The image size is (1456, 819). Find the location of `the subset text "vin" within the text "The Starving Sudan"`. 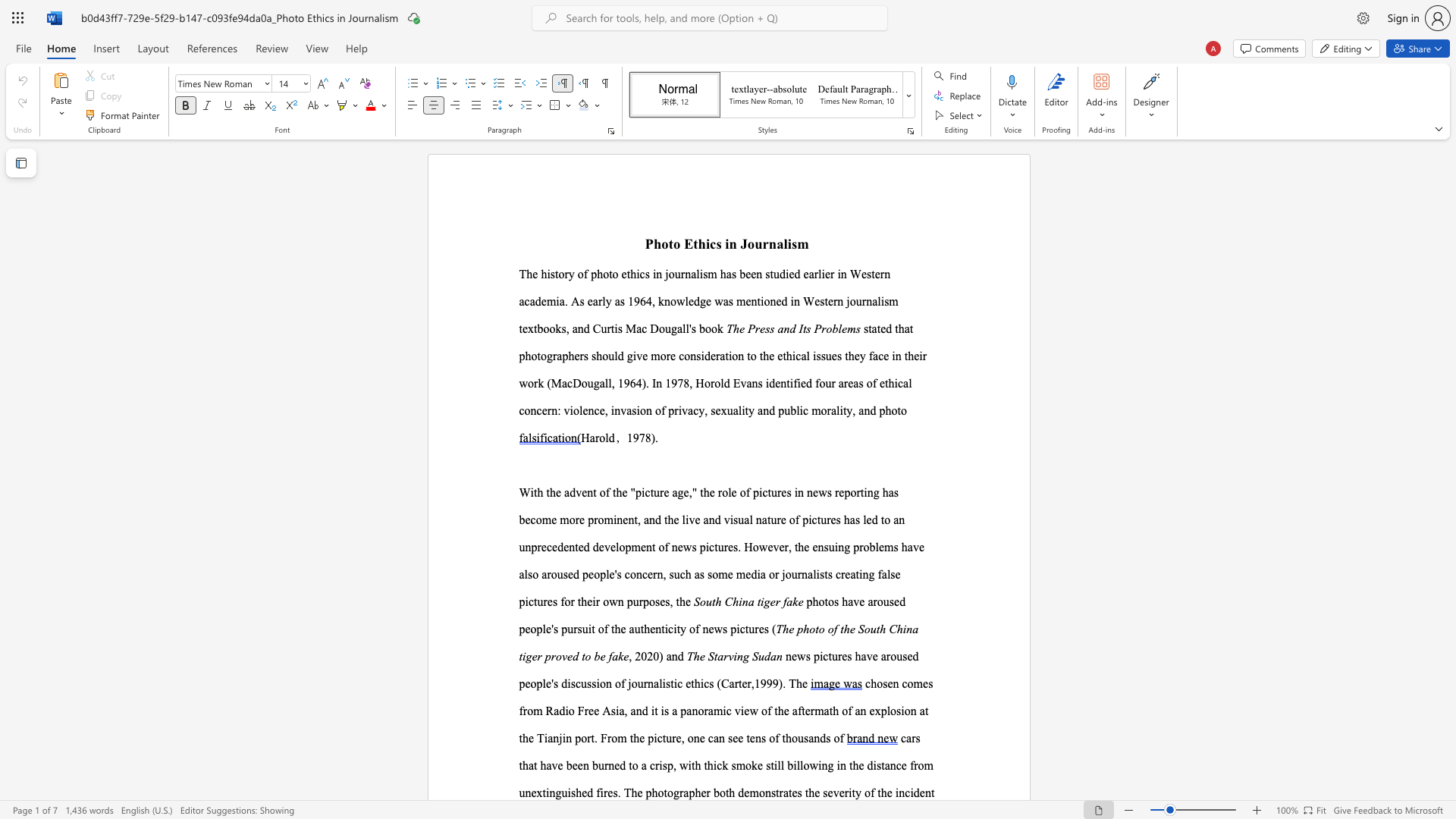

the subset text "vin" within the text "The Starving Sudan" is located at coordinates (728, 655).